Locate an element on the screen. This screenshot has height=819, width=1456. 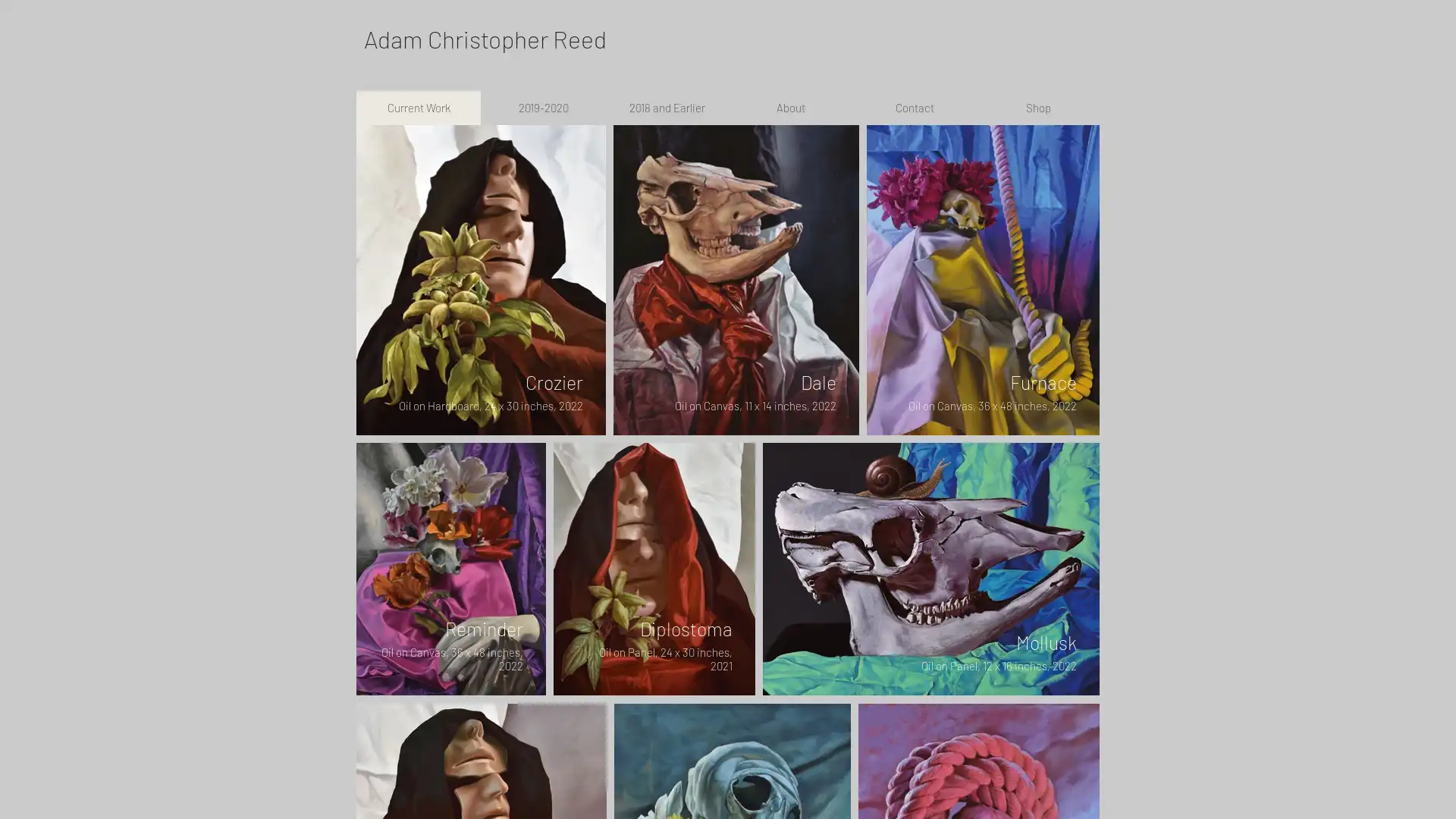
202201001---Reminder.jpg is located at coordinates (450, 569).